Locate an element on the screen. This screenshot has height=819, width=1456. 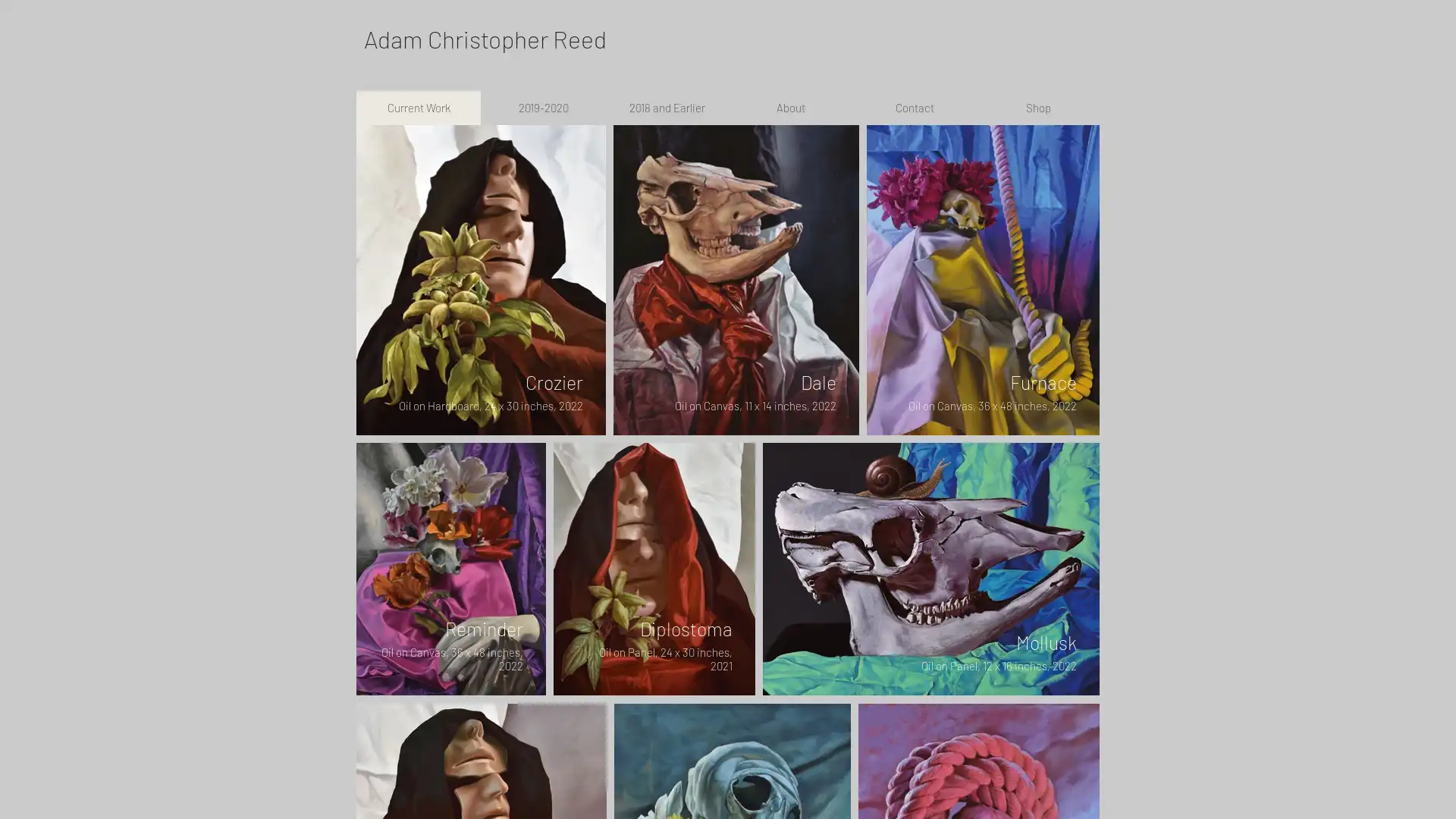
202201001---Reminder.jpg is located at coordinates (450, 569).